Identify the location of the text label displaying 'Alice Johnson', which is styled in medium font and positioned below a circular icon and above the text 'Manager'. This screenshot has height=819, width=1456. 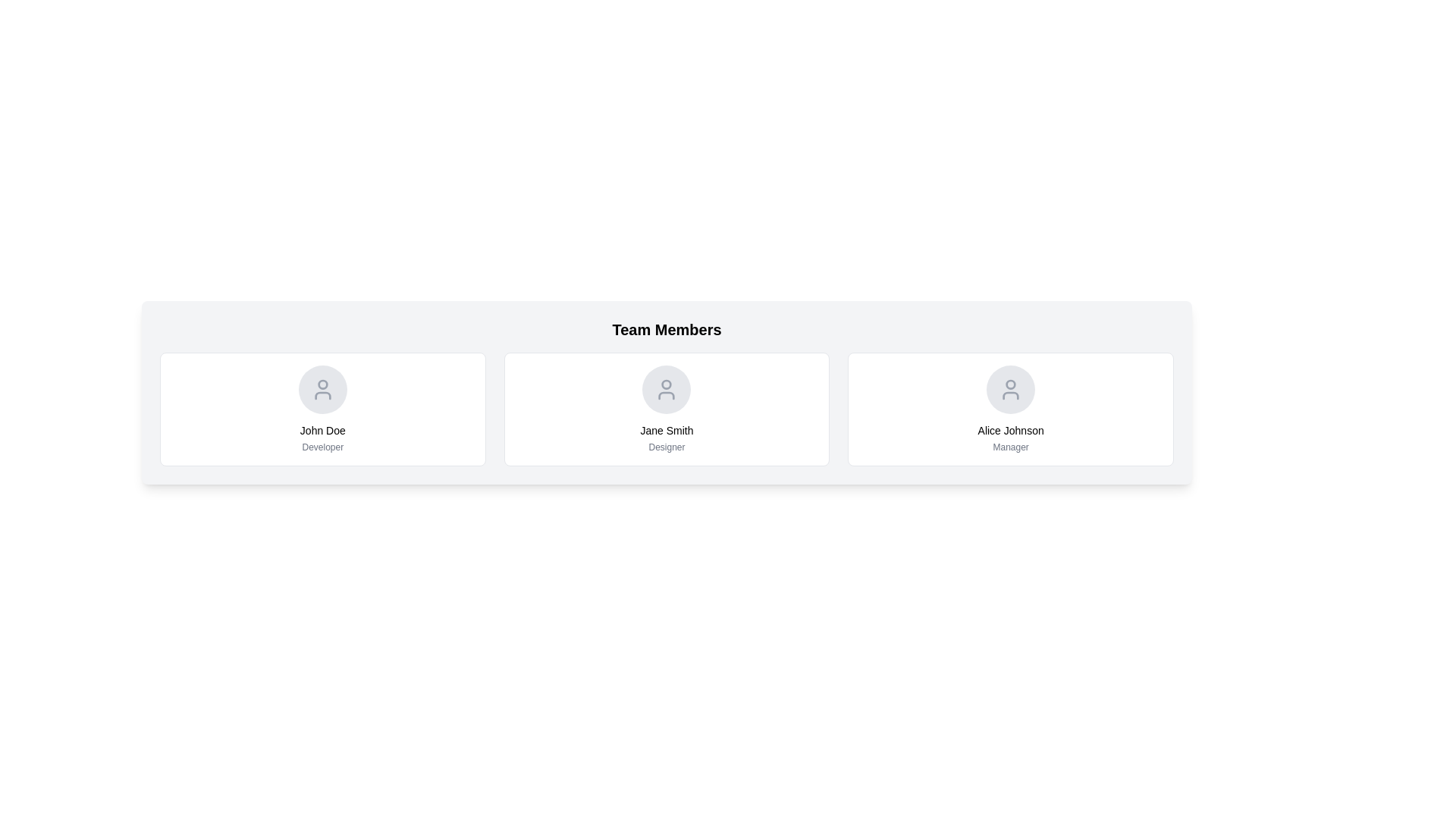
(1011, 430).